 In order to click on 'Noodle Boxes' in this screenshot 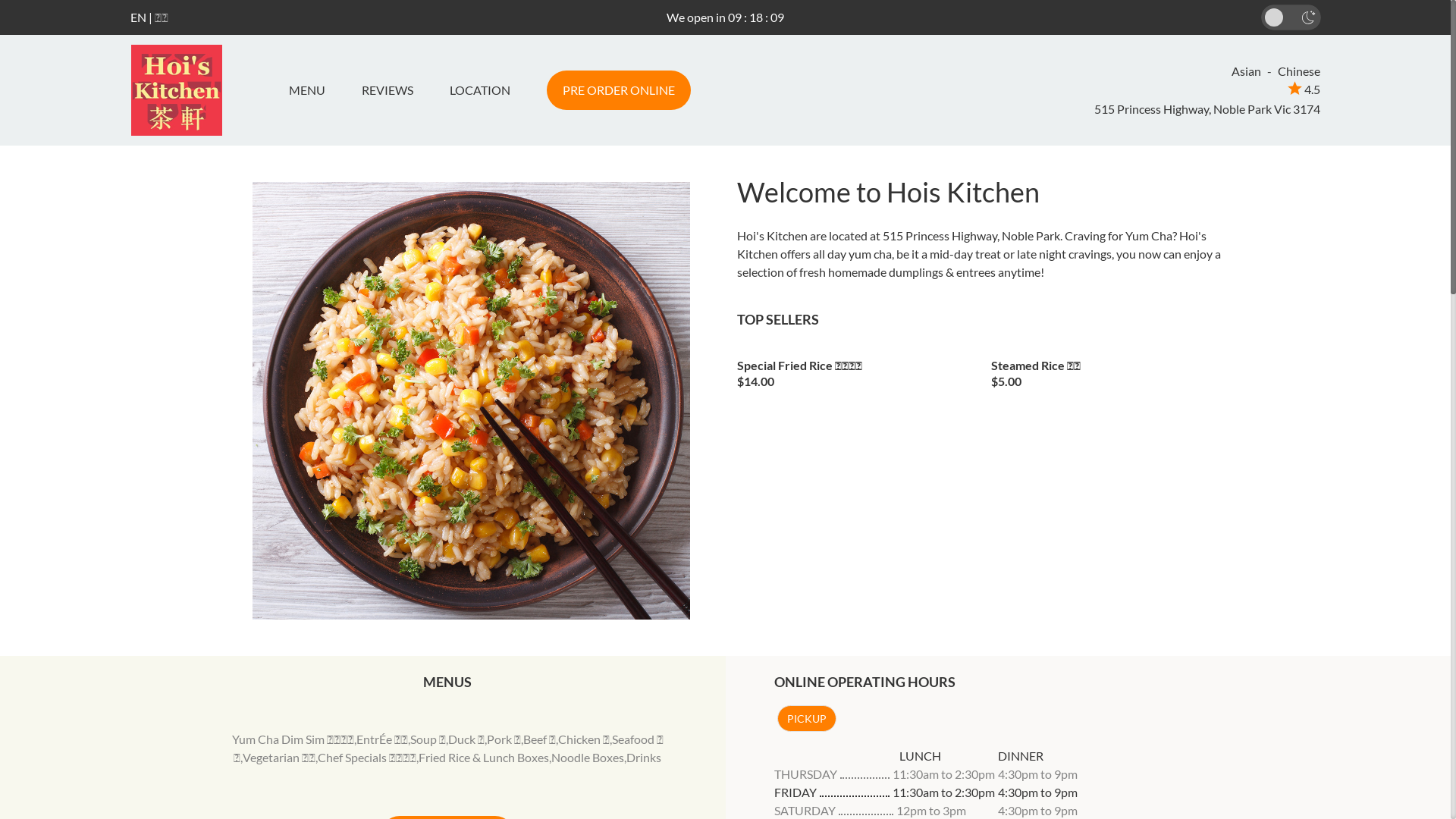, I will do `click(586, 757)`.